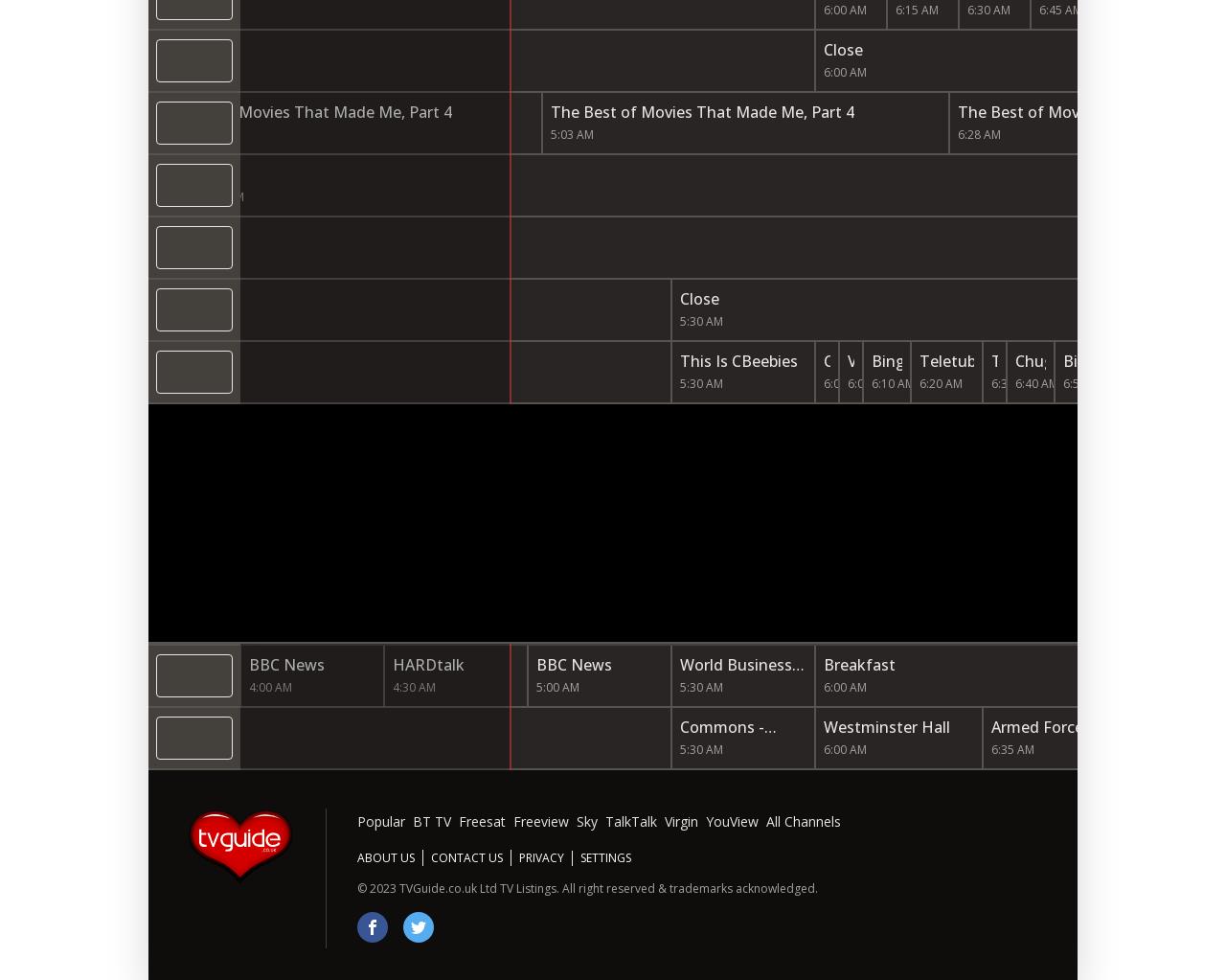 The image size is (1226, 980). Describe the element at coordinates (868, 383) in the screenshot. I see `'6:05 AM'` at that location.